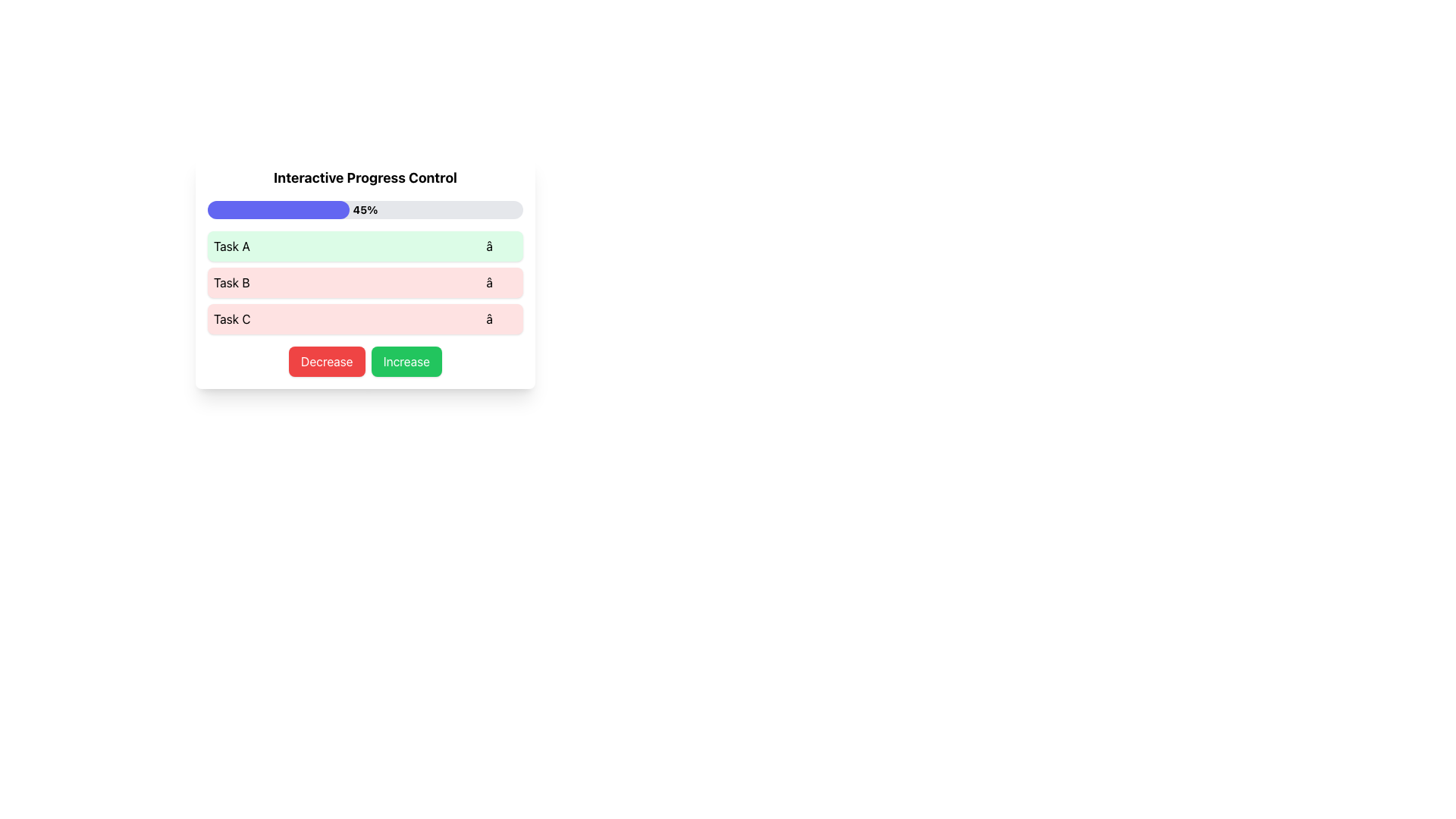 This screenshot has width=1456, height=819. I want to click on the 'Task B' button, which has a light red background and contains the text 'Task B' aligned to the left, so click(365, 283).